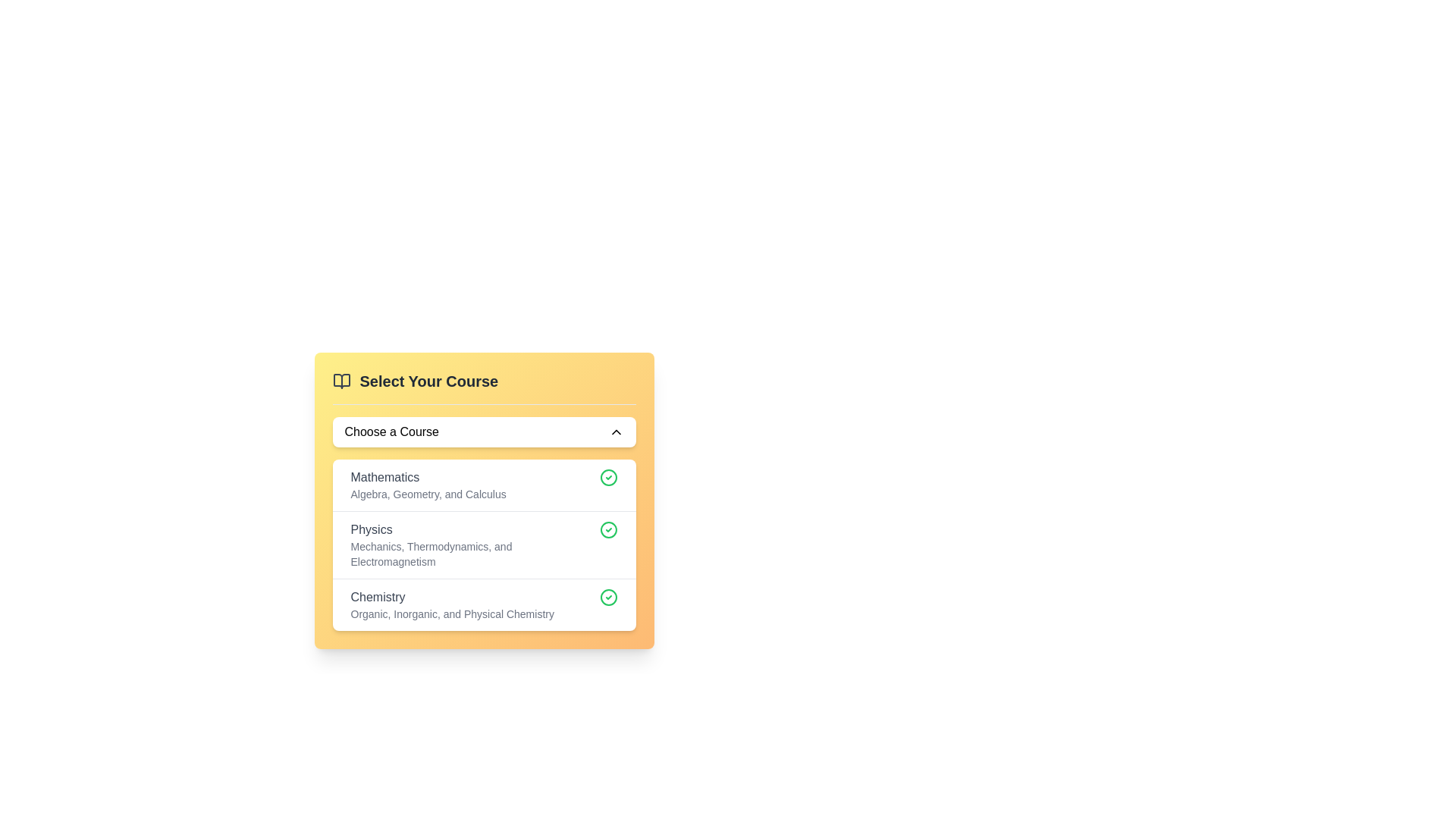 Image resolution: width=1456 pixels, height=819 pixels. Describe the element at coordinates (483, 604) in the screenshot. I see `the selectable list item labeled 'Chemistry'` at that location.